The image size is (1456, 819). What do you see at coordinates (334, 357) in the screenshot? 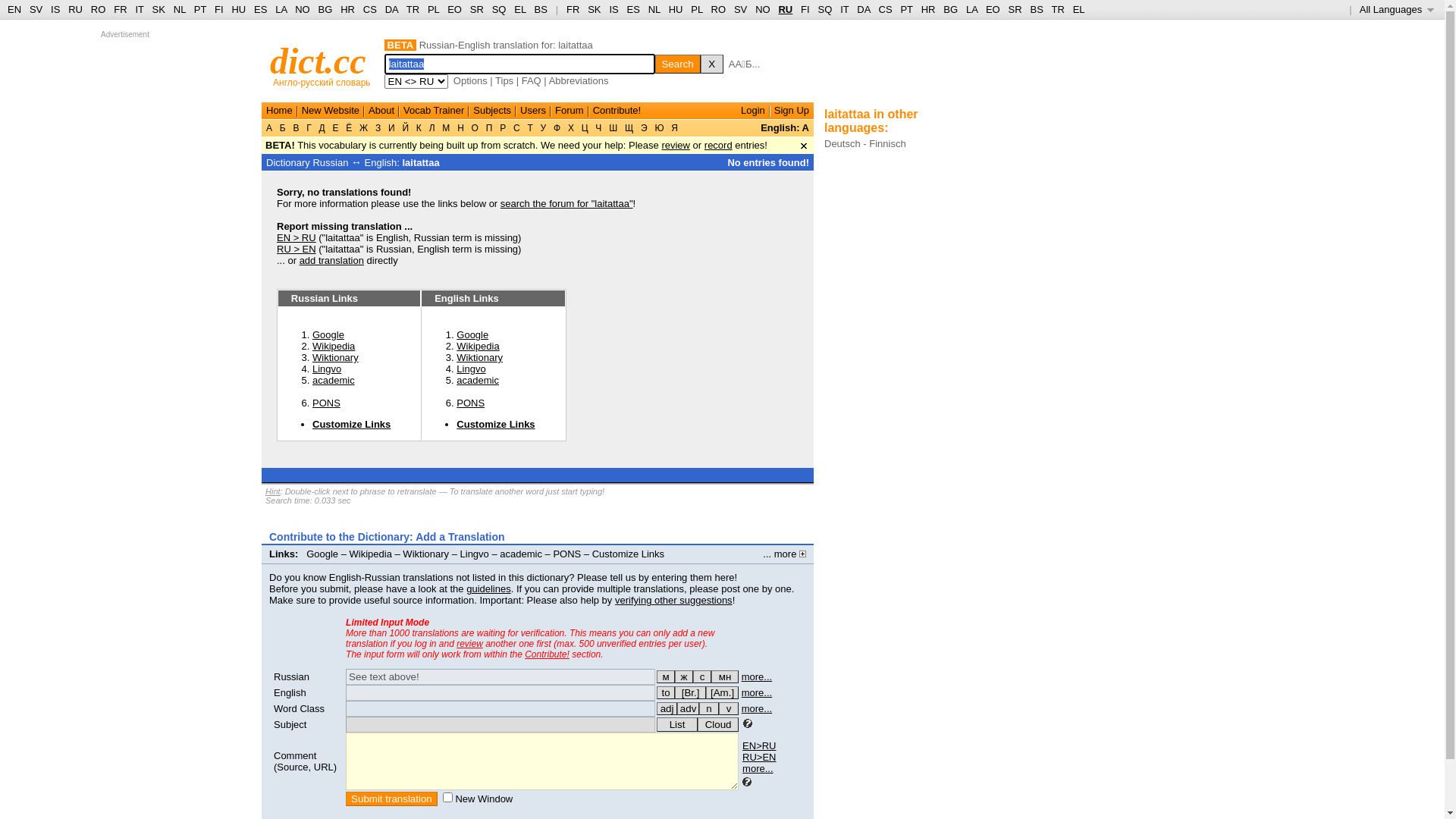
I see `'Wiktionary'` at bounding box center [334, 357].